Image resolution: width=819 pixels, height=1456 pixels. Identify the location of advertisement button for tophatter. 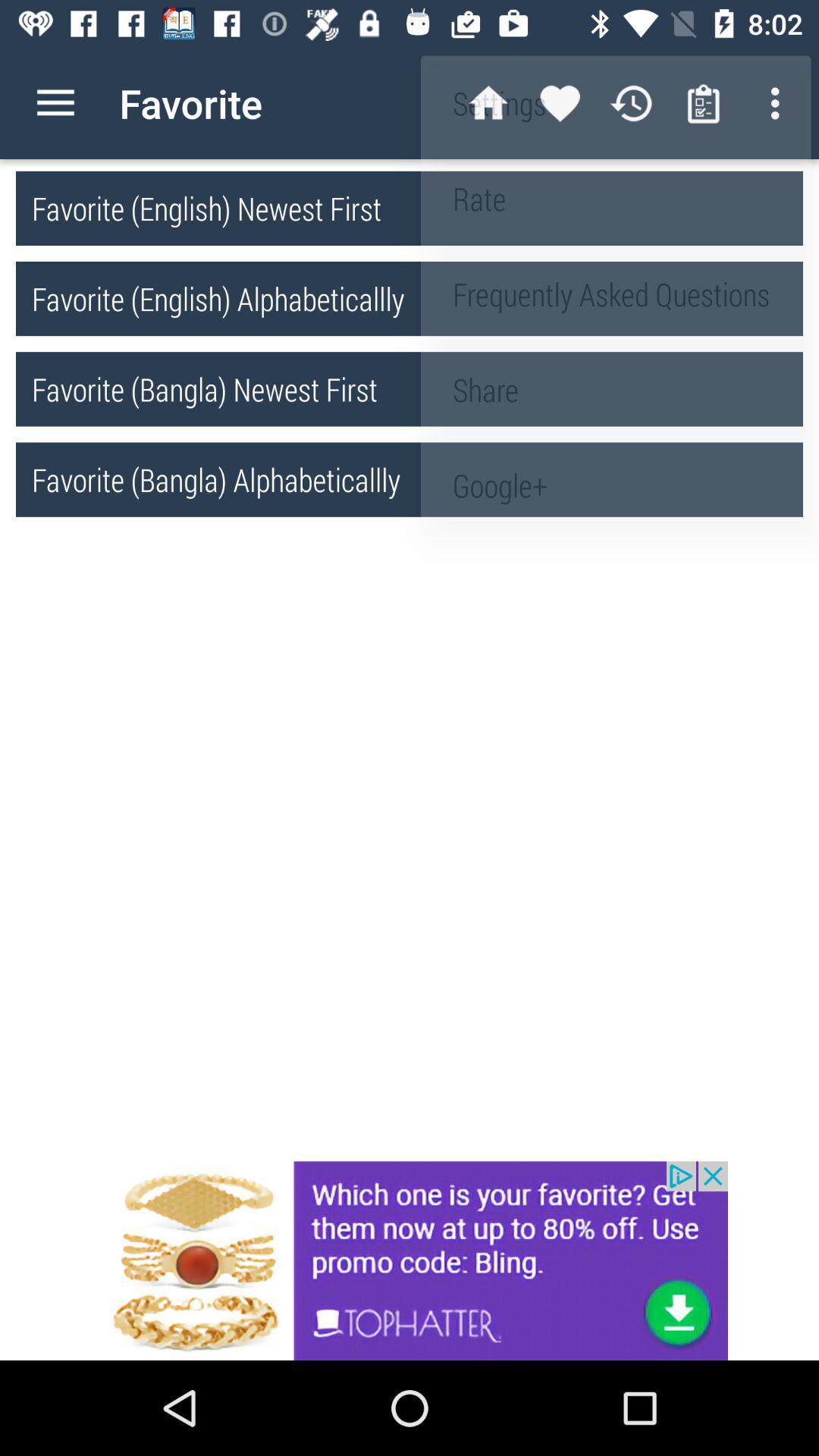
(409, 1260).